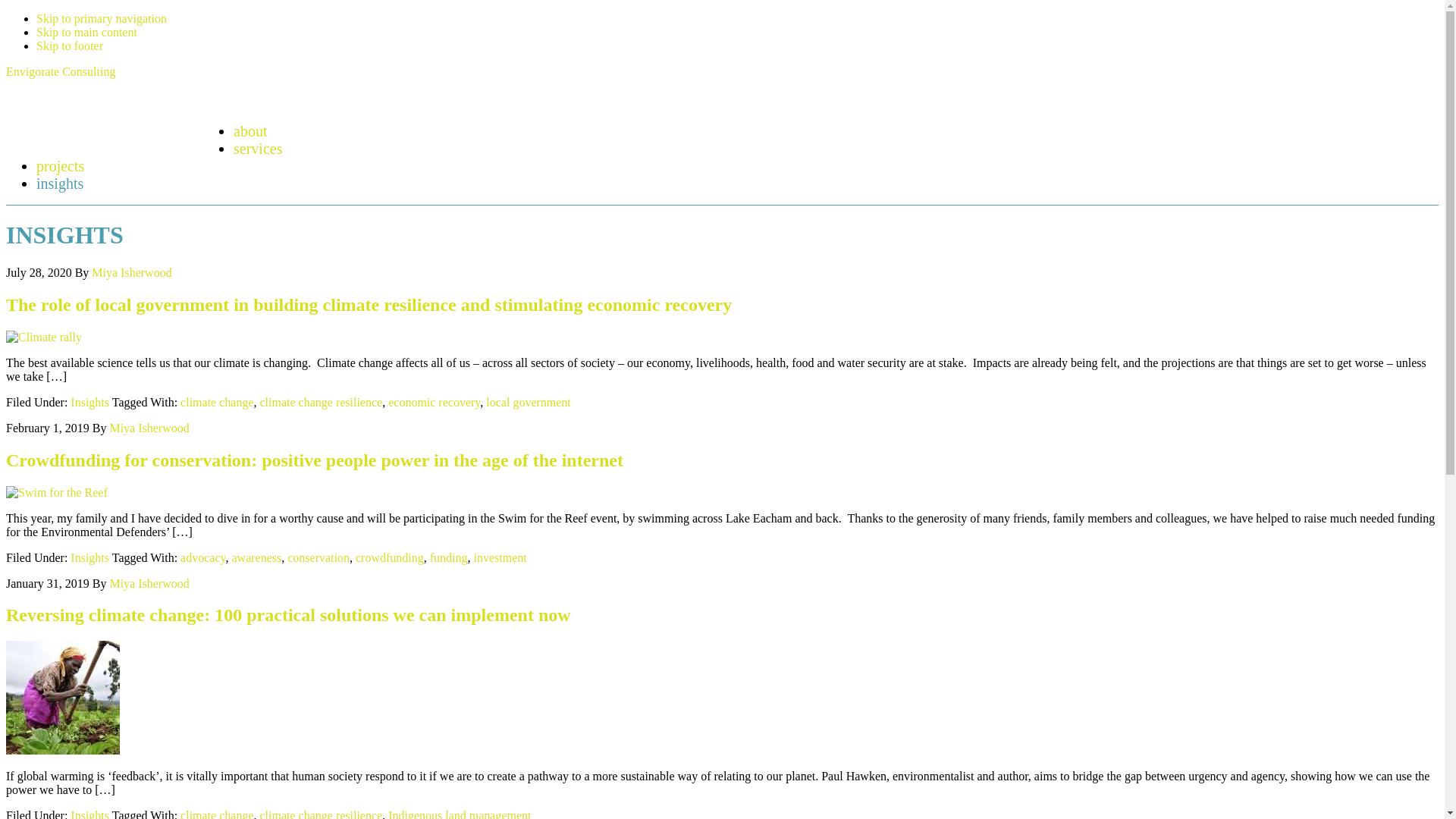 The width and height of the screenshot is (1456, 819). What do you see at coordinates (60, 166) in the screenshot?
I see `'projects'` at bounding box center [60, 166].